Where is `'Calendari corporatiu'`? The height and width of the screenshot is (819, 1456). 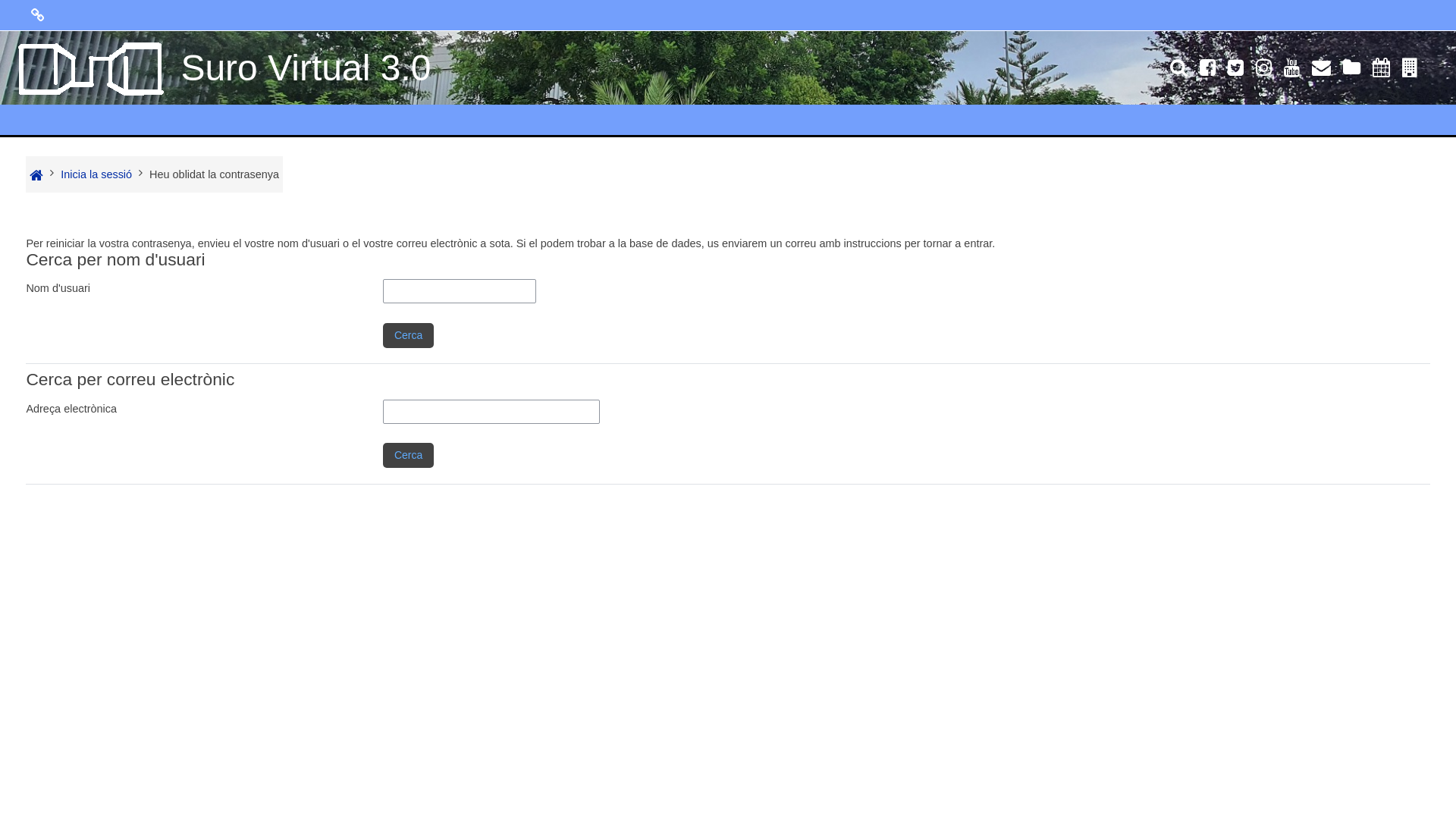
'Calendari corporatiu' is located at coordinates (1366, 70).